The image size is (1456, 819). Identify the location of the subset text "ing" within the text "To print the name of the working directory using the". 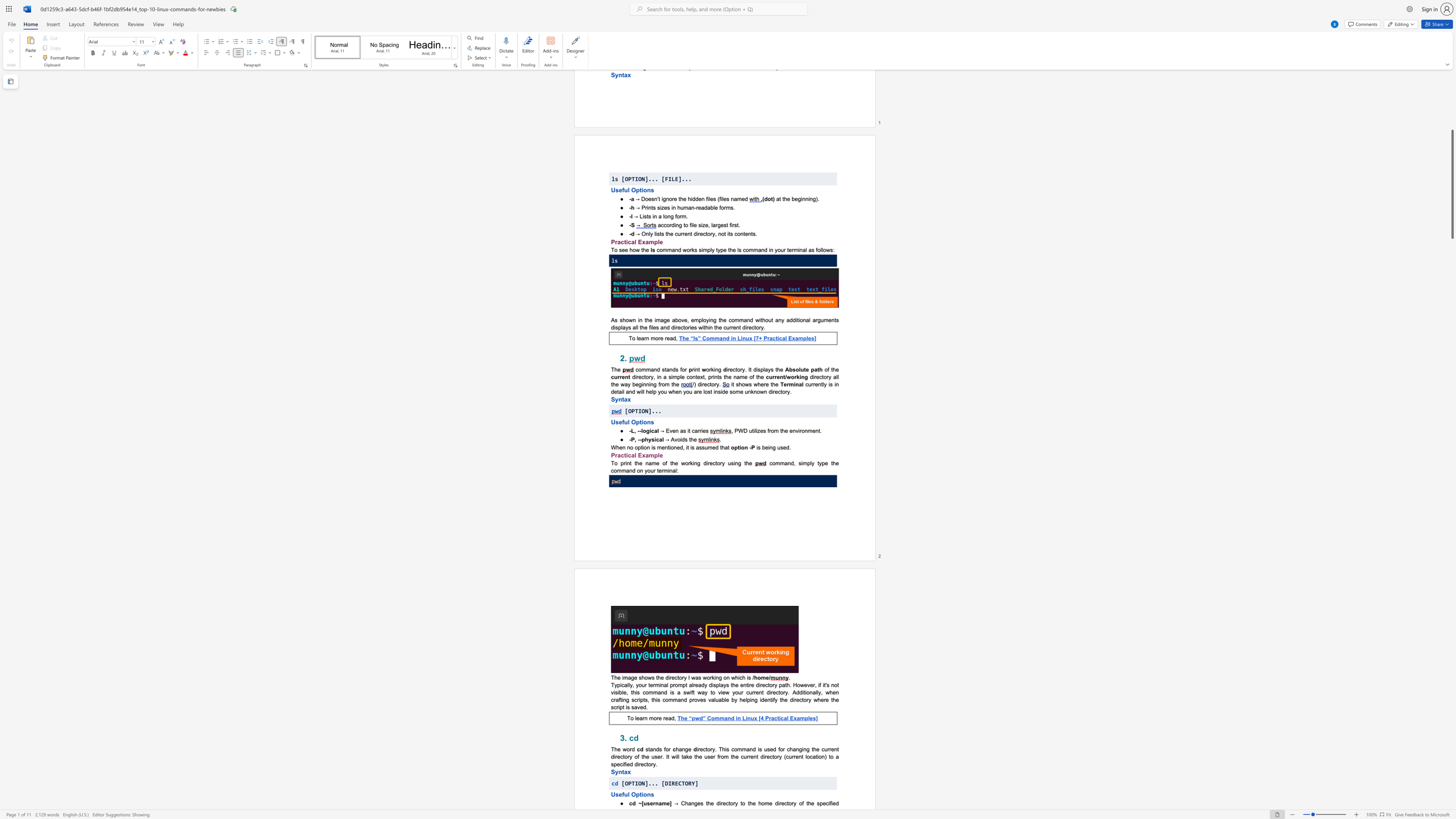
(733, 462).